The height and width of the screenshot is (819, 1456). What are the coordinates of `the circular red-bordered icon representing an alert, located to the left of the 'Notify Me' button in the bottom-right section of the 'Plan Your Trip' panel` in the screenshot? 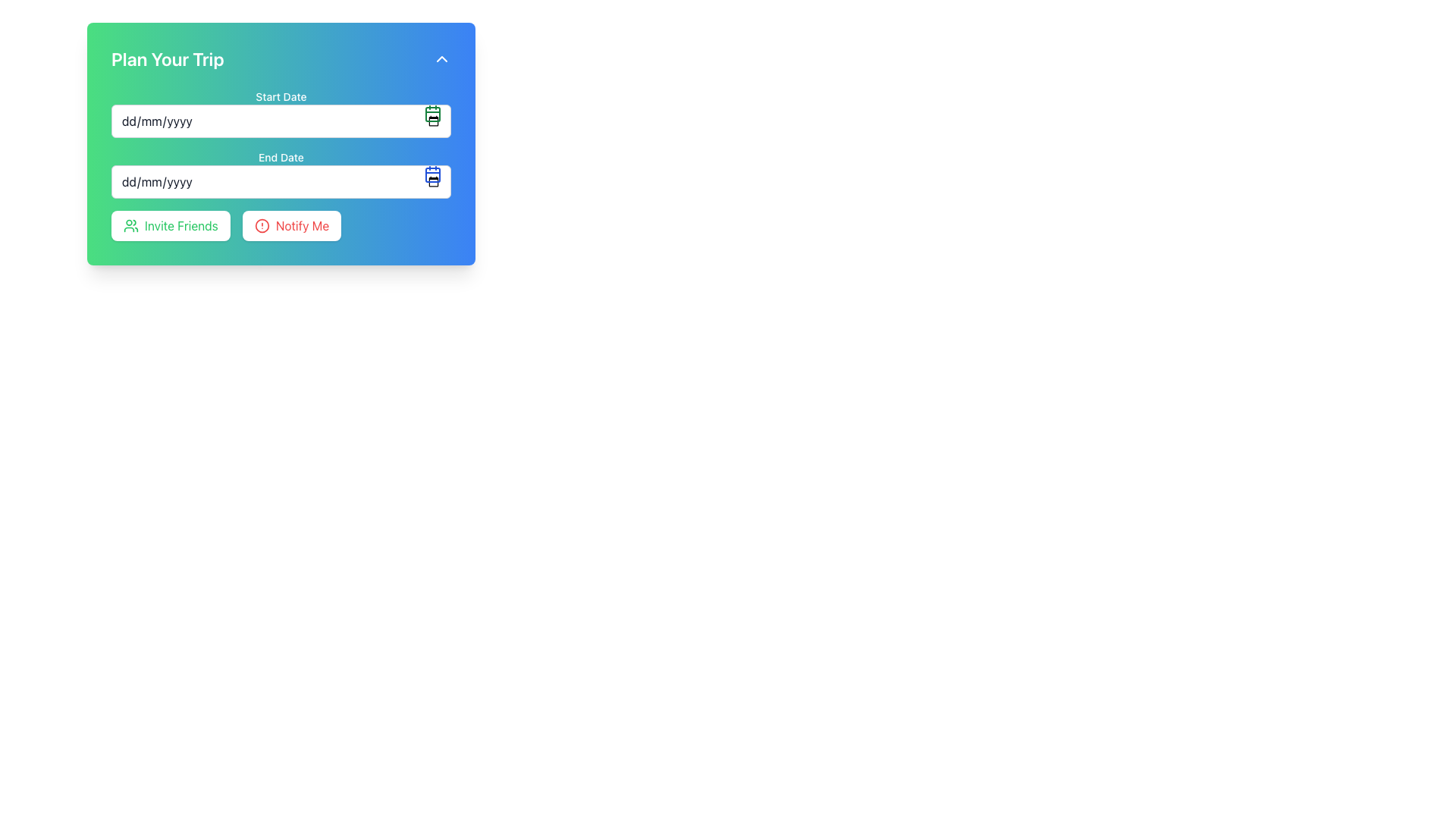 It's located at (262, 225).